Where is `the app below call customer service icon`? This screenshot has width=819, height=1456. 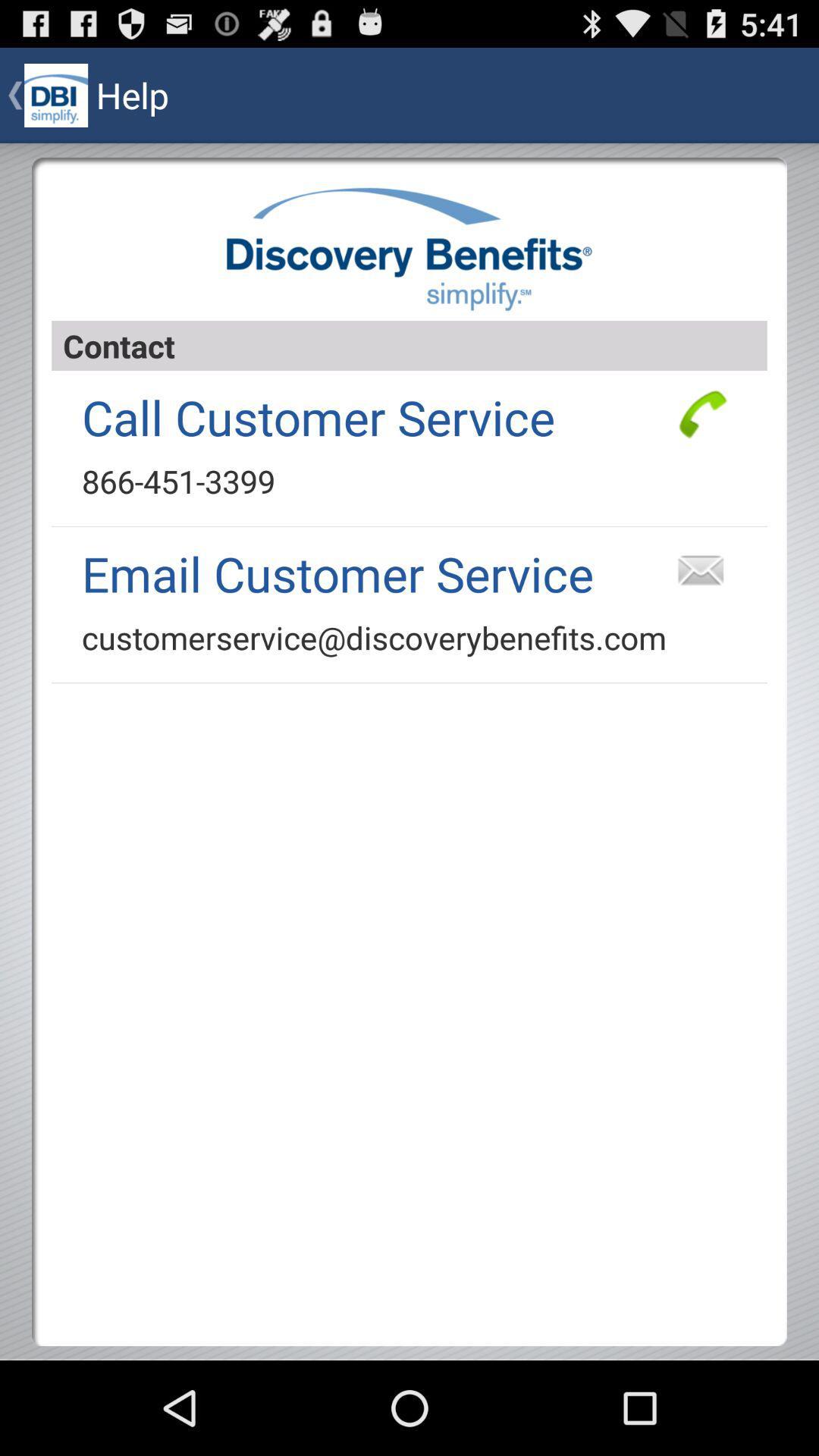
the app below call customer service icon is located at coordinates (177, 480).